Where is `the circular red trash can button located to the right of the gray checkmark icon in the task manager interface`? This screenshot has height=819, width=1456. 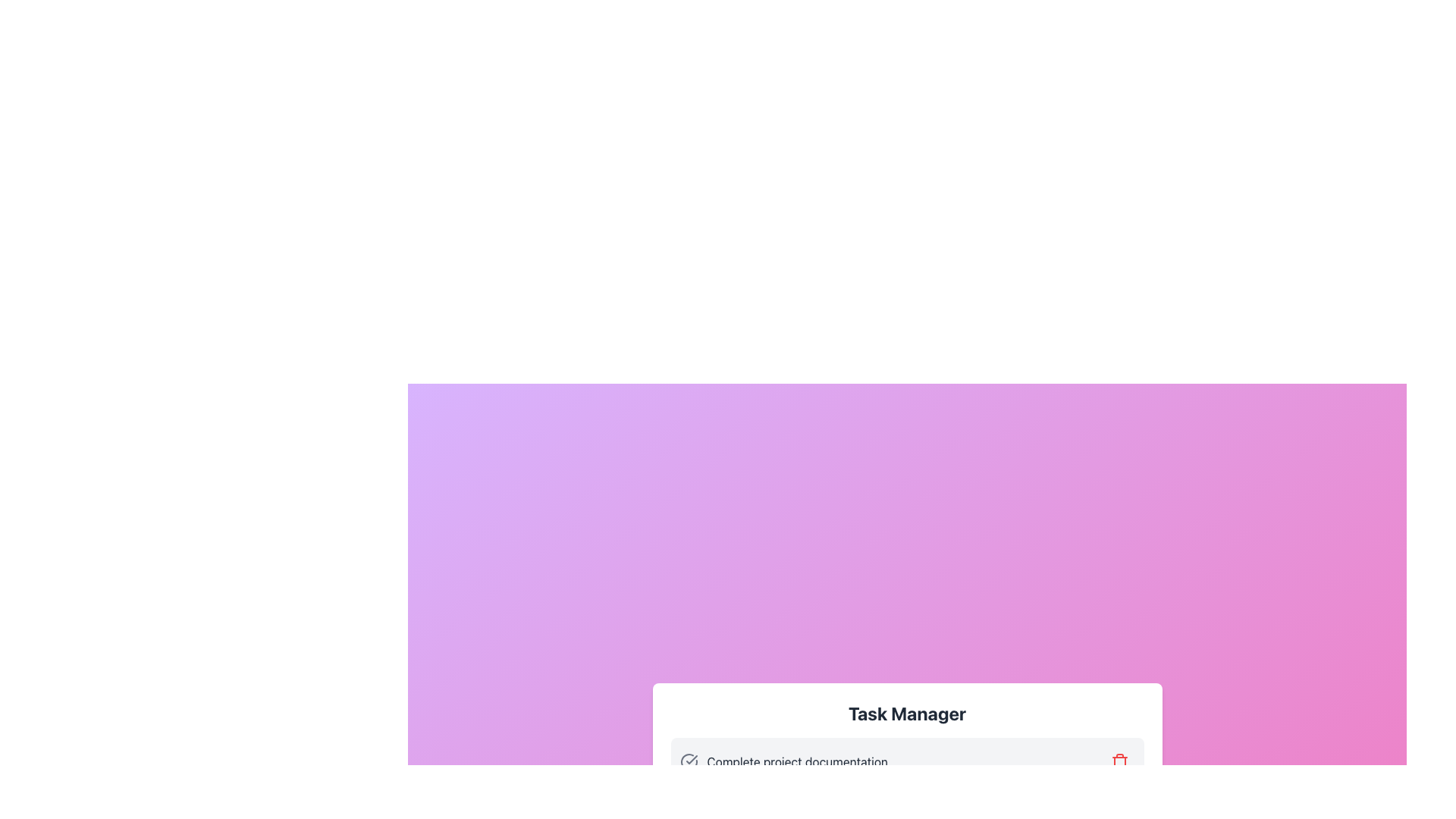 the circular red trash can button located to the right of the gray checkmark icon in the task manager interface is located at coordinates (1119, 762).